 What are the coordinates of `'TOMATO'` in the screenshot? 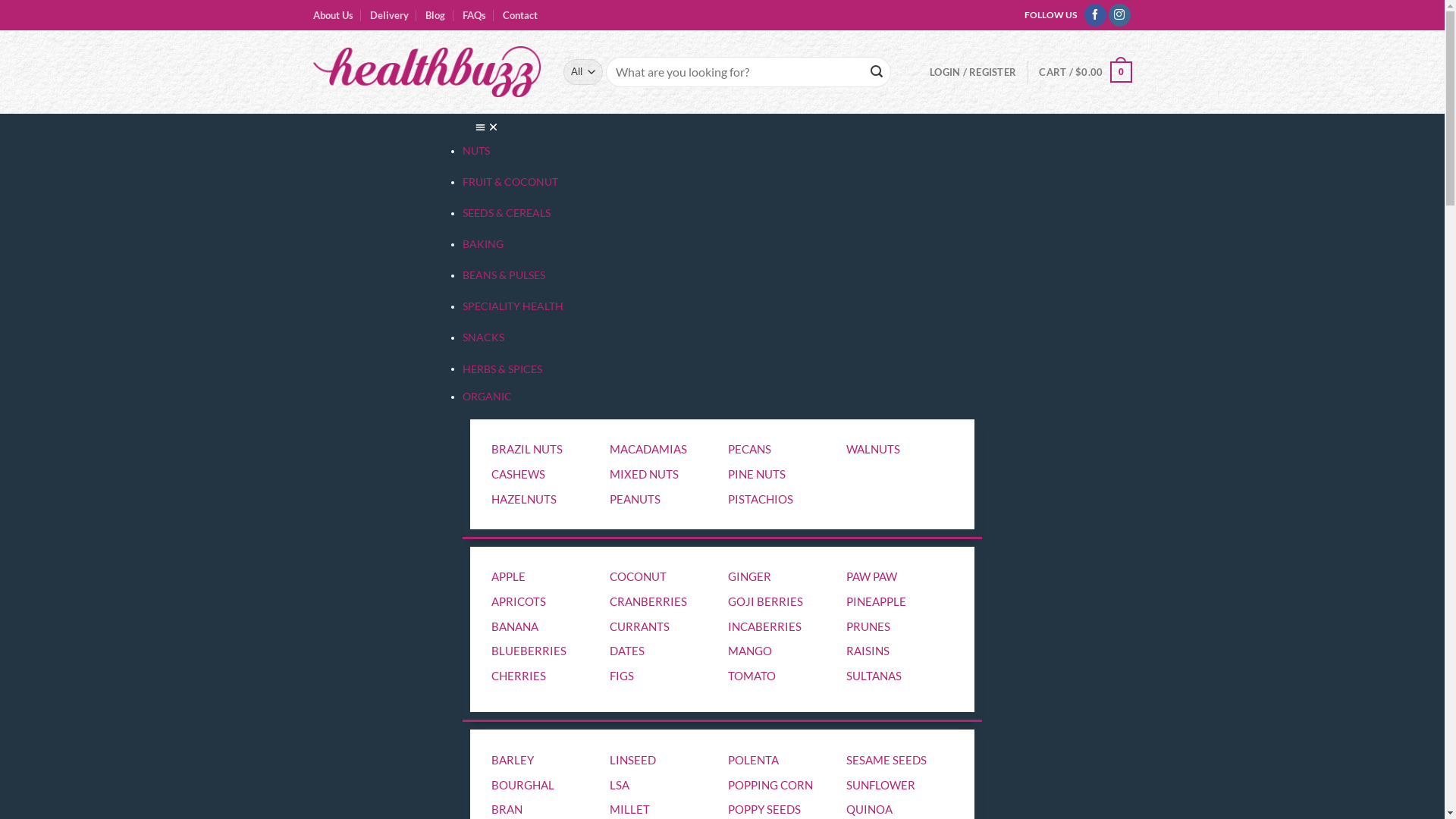 It's located at (752, 675).